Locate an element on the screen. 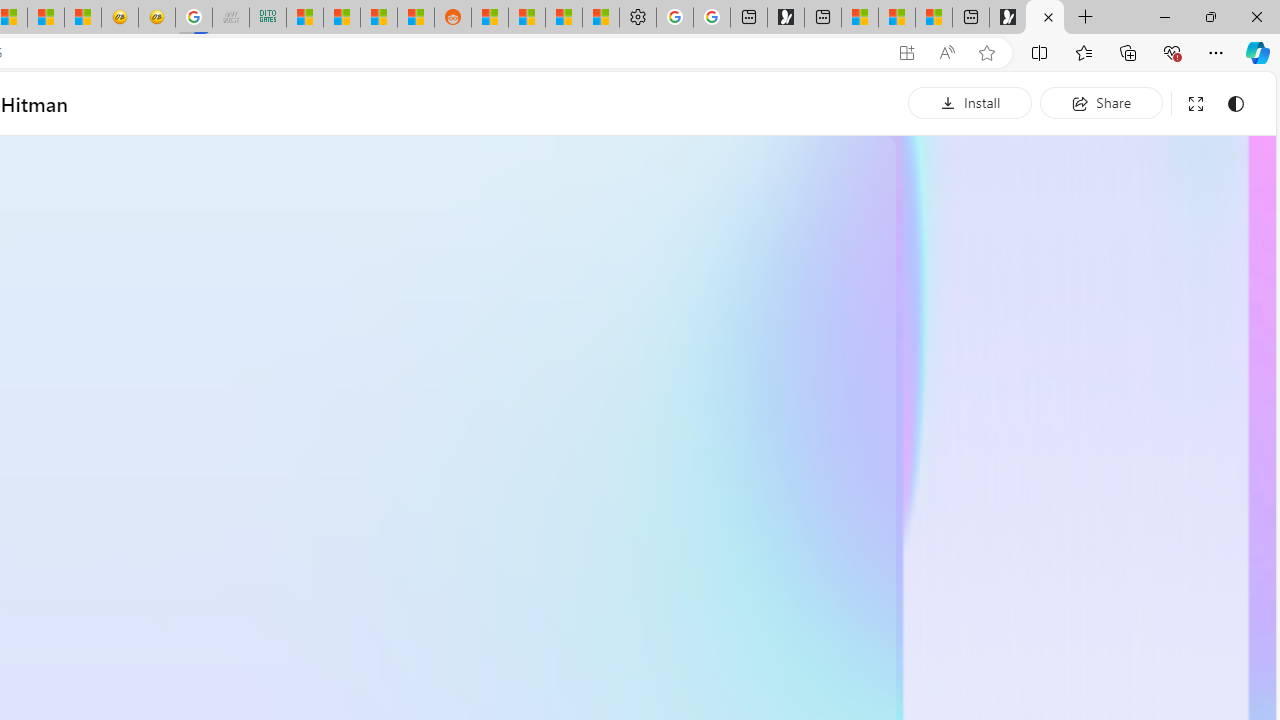  'These 3 Stocks Pay You More Than 5% to Own Them' is located at coordinates (933, 17).